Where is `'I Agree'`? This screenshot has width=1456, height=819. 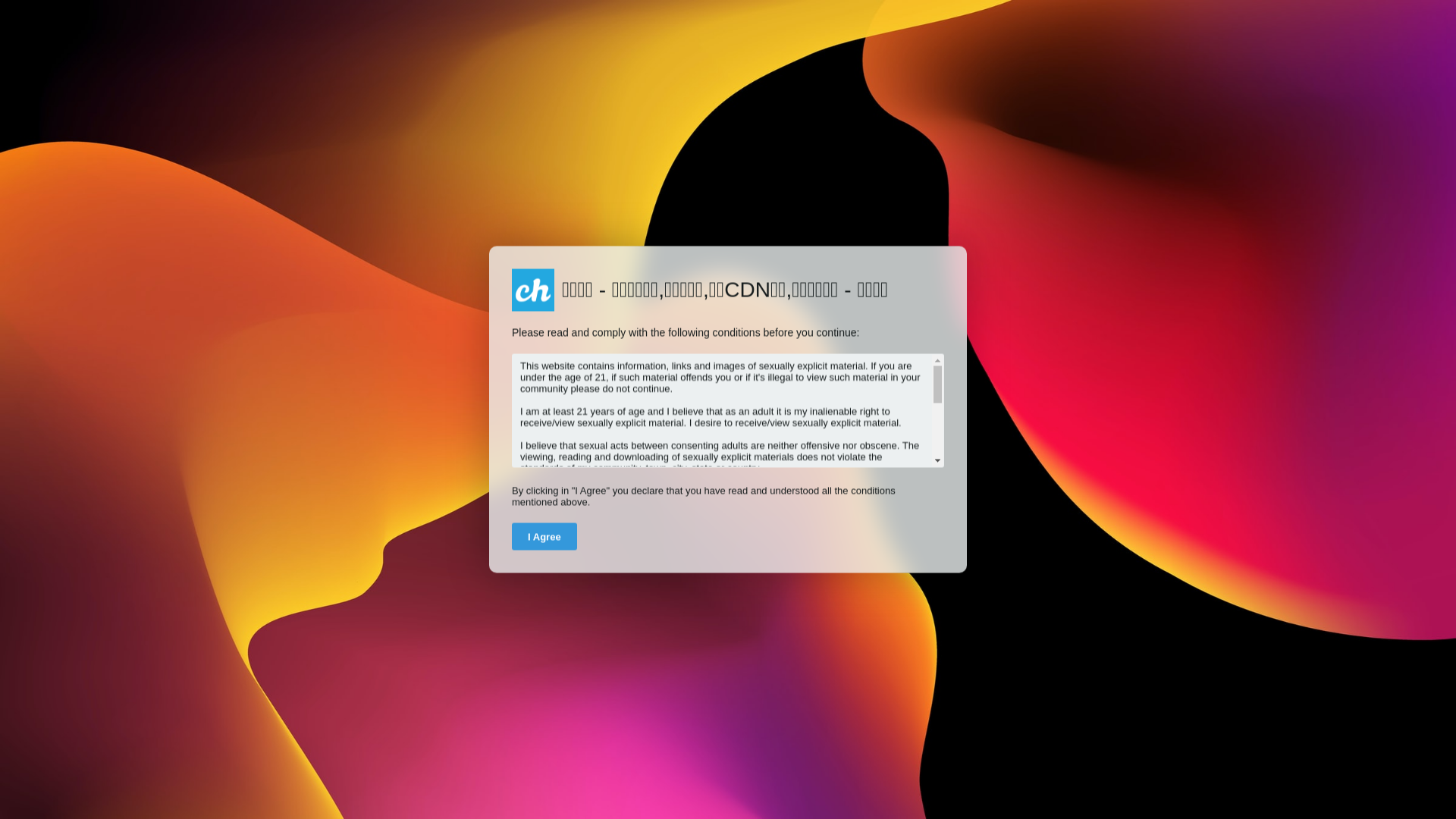 'I Agree' is located at coordinates (544, 536).